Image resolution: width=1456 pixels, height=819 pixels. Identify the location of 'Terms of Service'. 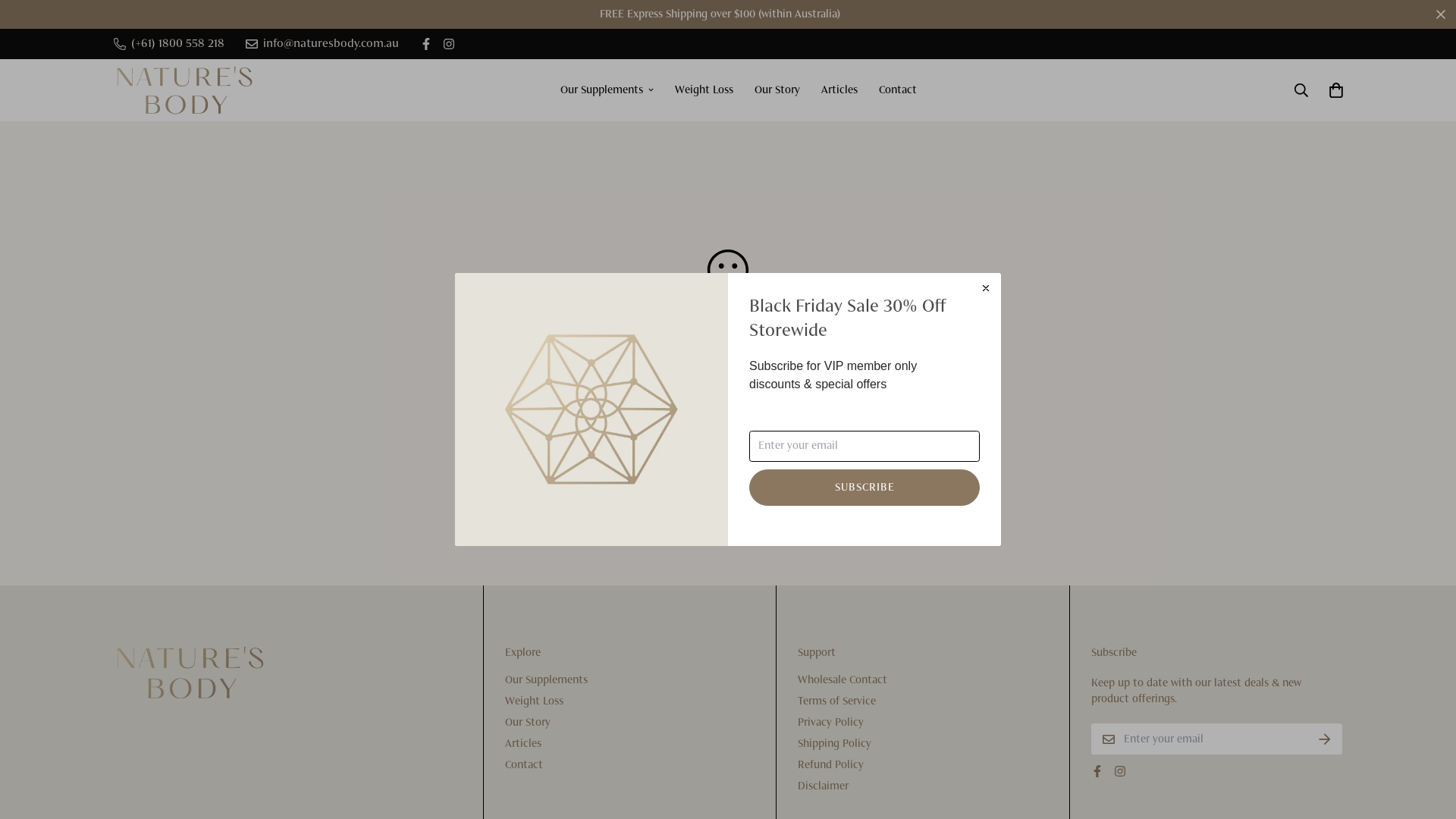
(796, 701).